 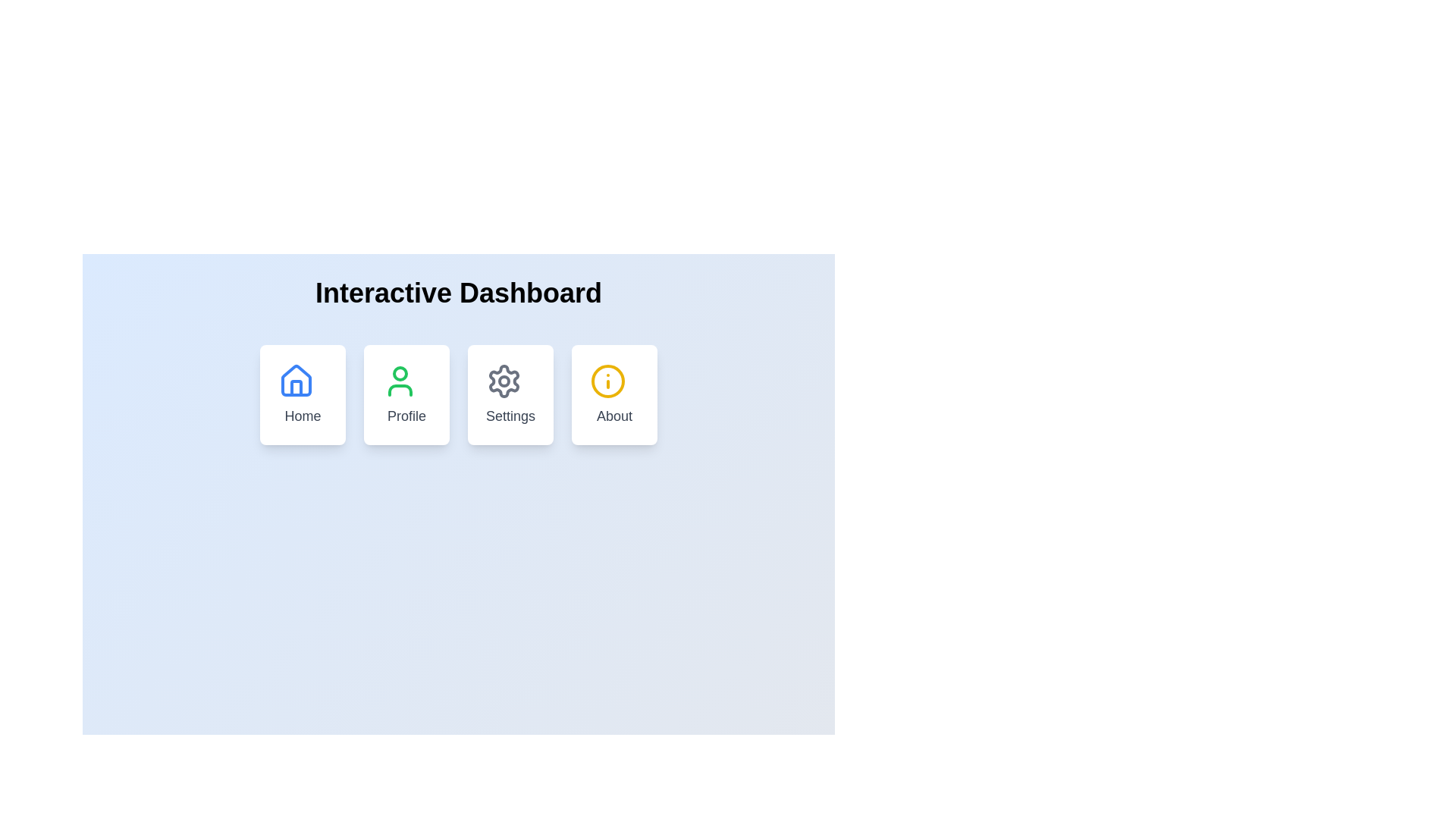 What do you see at coordinates (296, 388) in the screenshot?
I see `the door element of the home icon, which is a part of the SVG graphic representing the house in the dashboard interface` at bounding box center [296, 388].